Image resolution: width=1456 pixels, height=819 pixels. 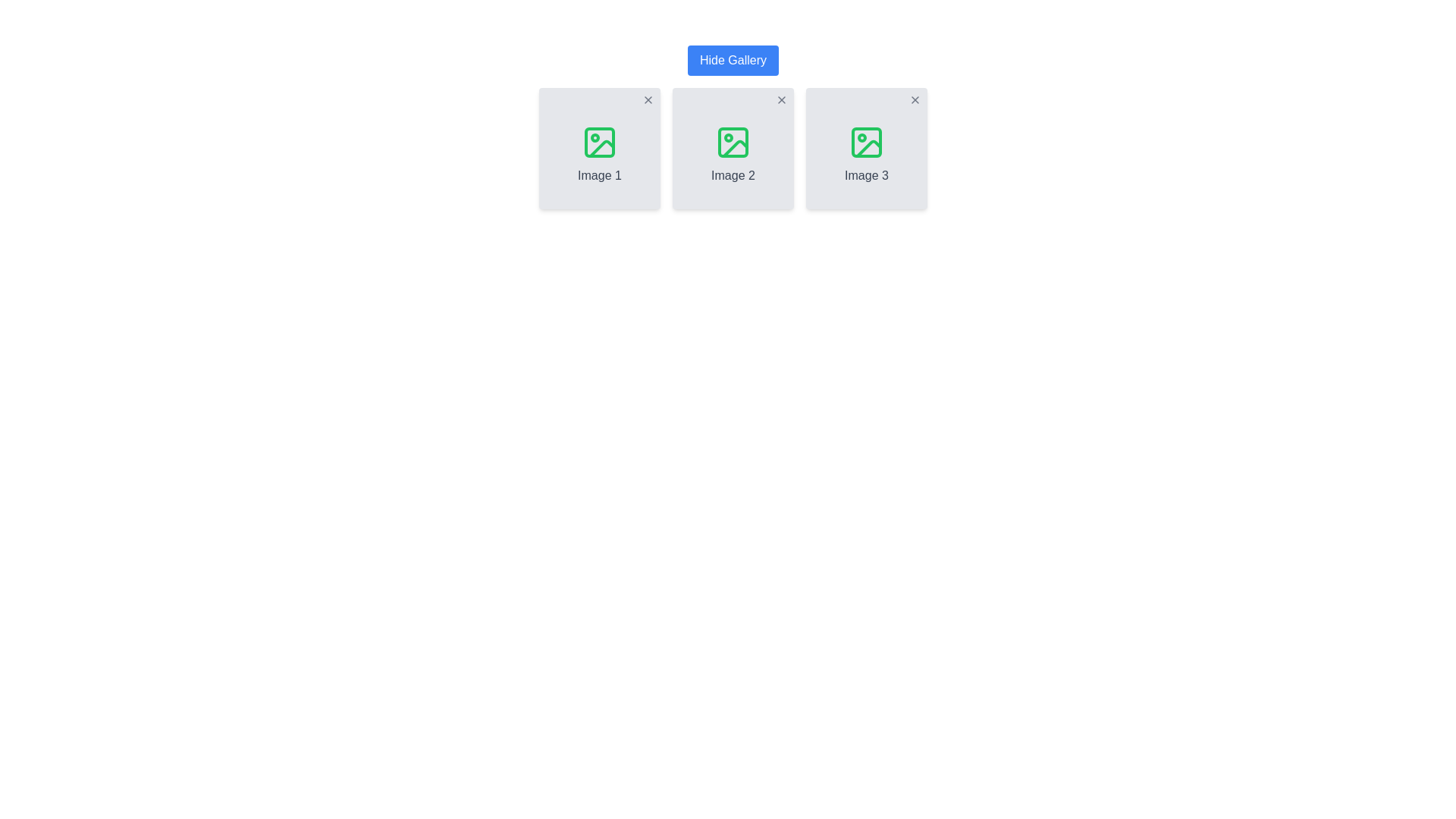 I want to click on text description of the first Card component in the gallery interface, which contains an icon and a descriptive label, so click(x=599, y=149).